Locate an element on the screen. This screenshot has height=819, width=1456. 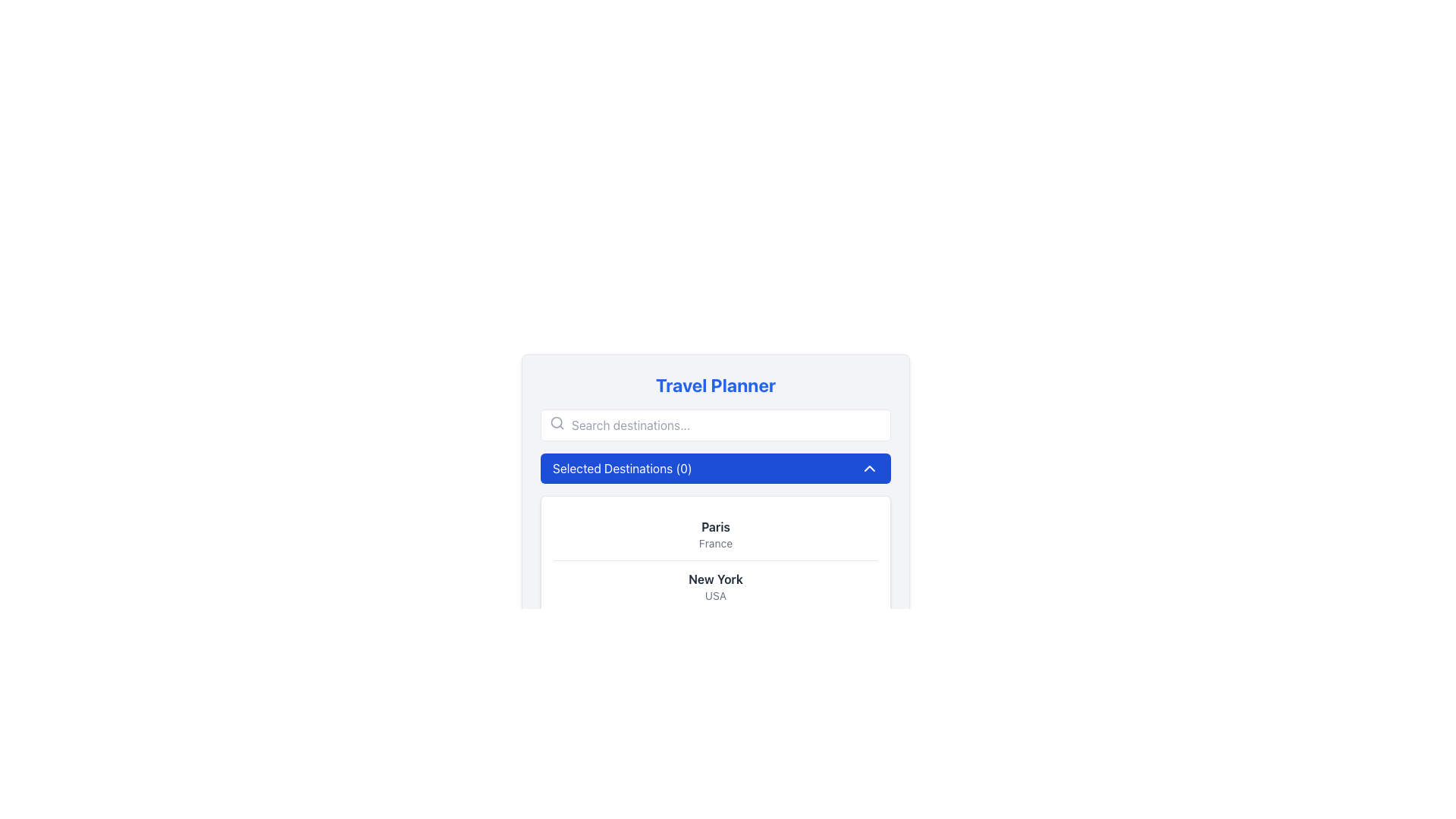
the chevron-up icon located on the rightmost side of the blue button labeled 'Selected Destinations (0)' is located at coordinates (870, 467).